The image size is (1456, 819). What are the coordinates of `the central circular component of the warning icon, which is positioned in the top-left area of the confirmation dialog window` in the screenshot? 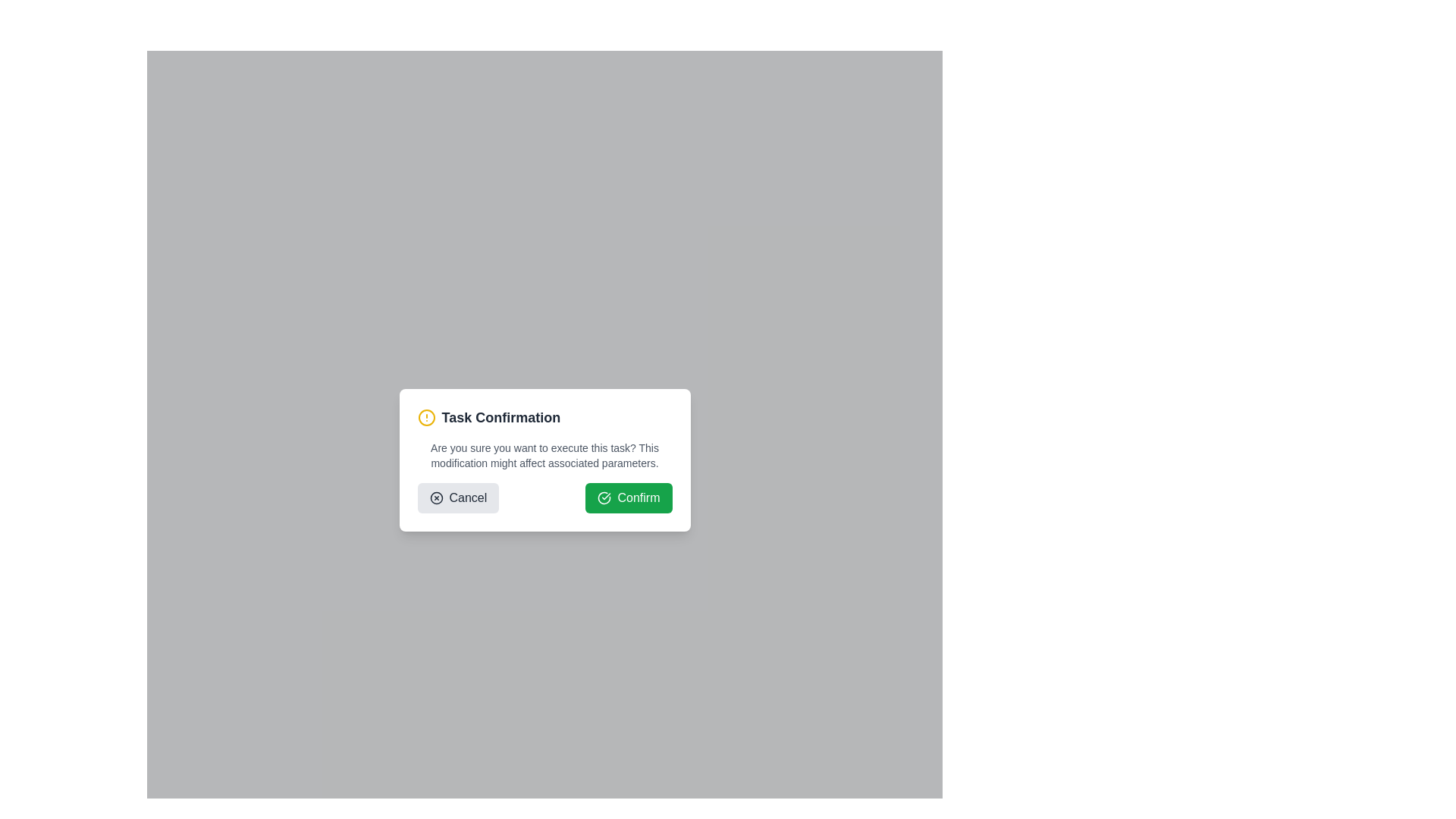 It's located at (425, 418).